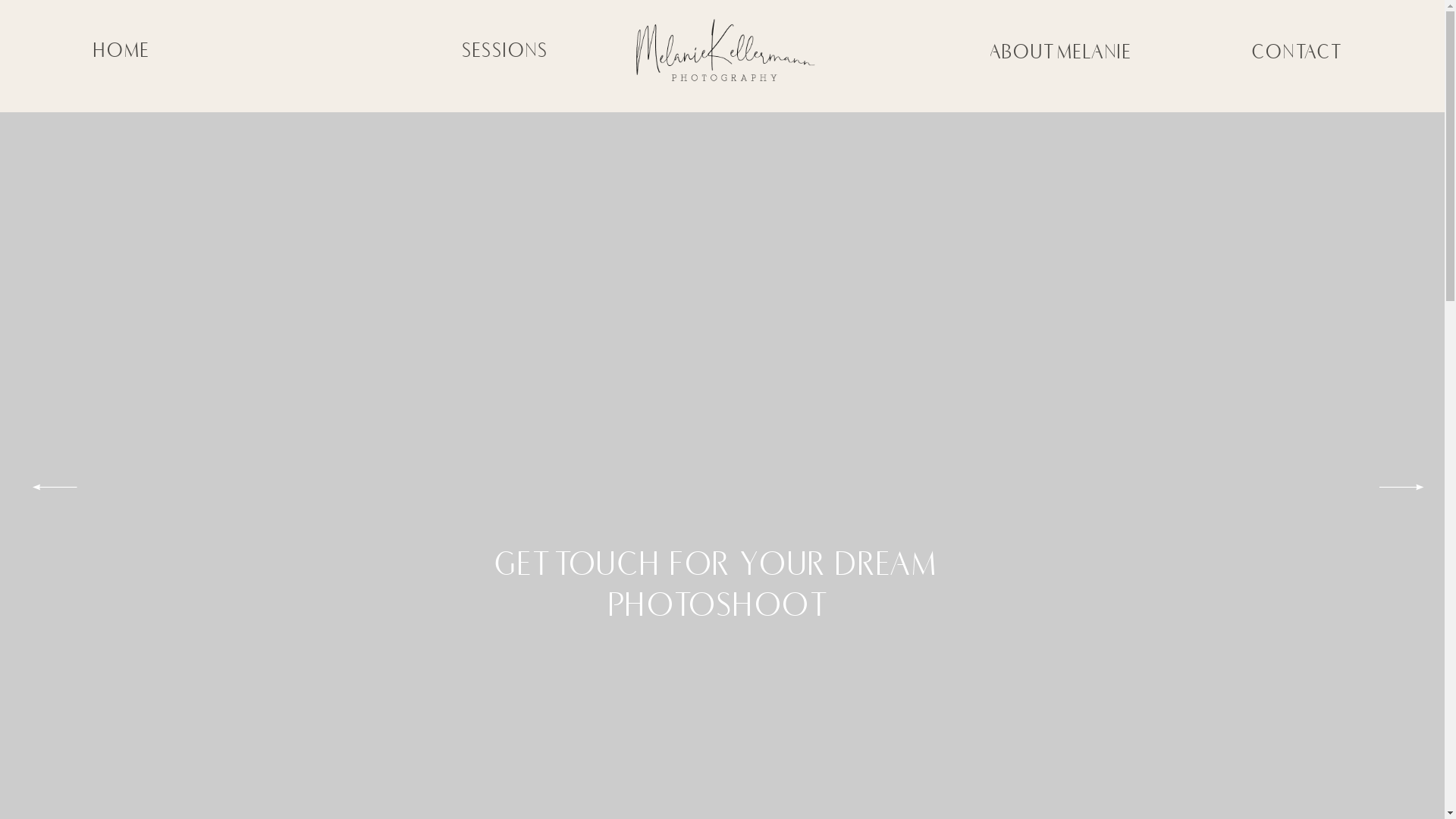 The height and width of the screenshot is (819, 1456). I want to click on 'SESSIONS', so click(506, 49).